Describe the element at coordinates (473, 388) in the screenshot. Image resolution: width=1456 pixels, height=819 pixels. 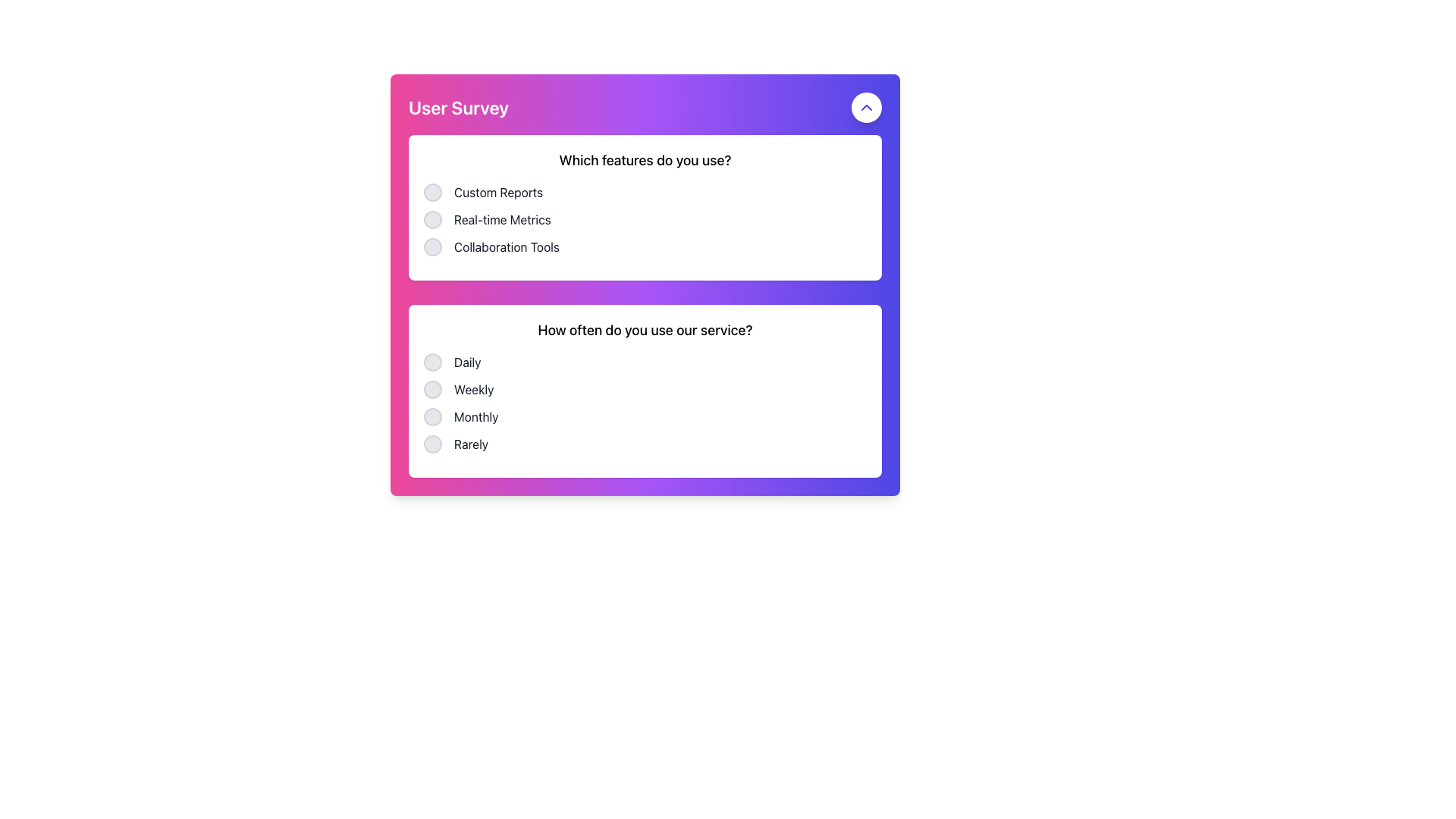
I see `the text label 'Weekly' which is in dark gray font and aligned with the radio button to its left, part of the options under the question 'How often do you use our service?'` at that location.